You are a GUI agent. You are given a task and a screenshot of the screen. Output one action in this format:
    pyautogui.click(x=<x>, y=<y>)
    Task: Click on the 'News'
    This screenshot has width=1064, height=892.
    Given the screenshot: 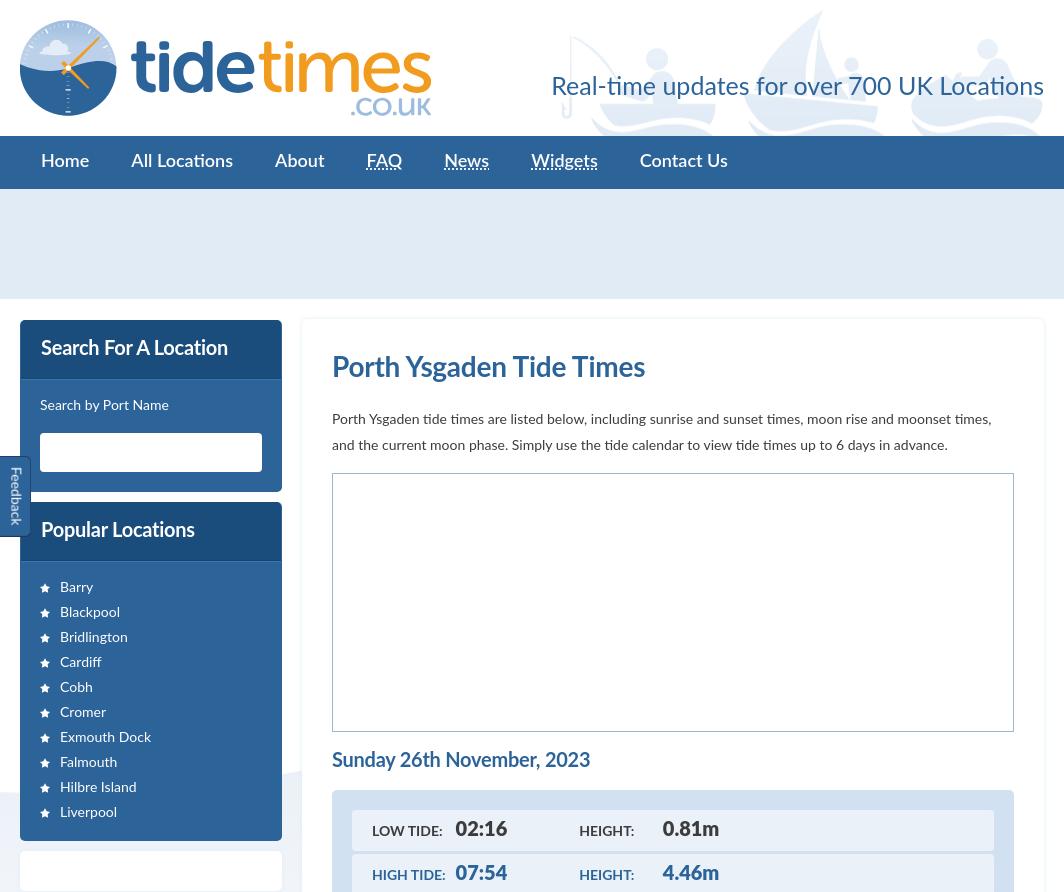 What is the action you would take?
    pyautogui.click(x=444, y=160)
    